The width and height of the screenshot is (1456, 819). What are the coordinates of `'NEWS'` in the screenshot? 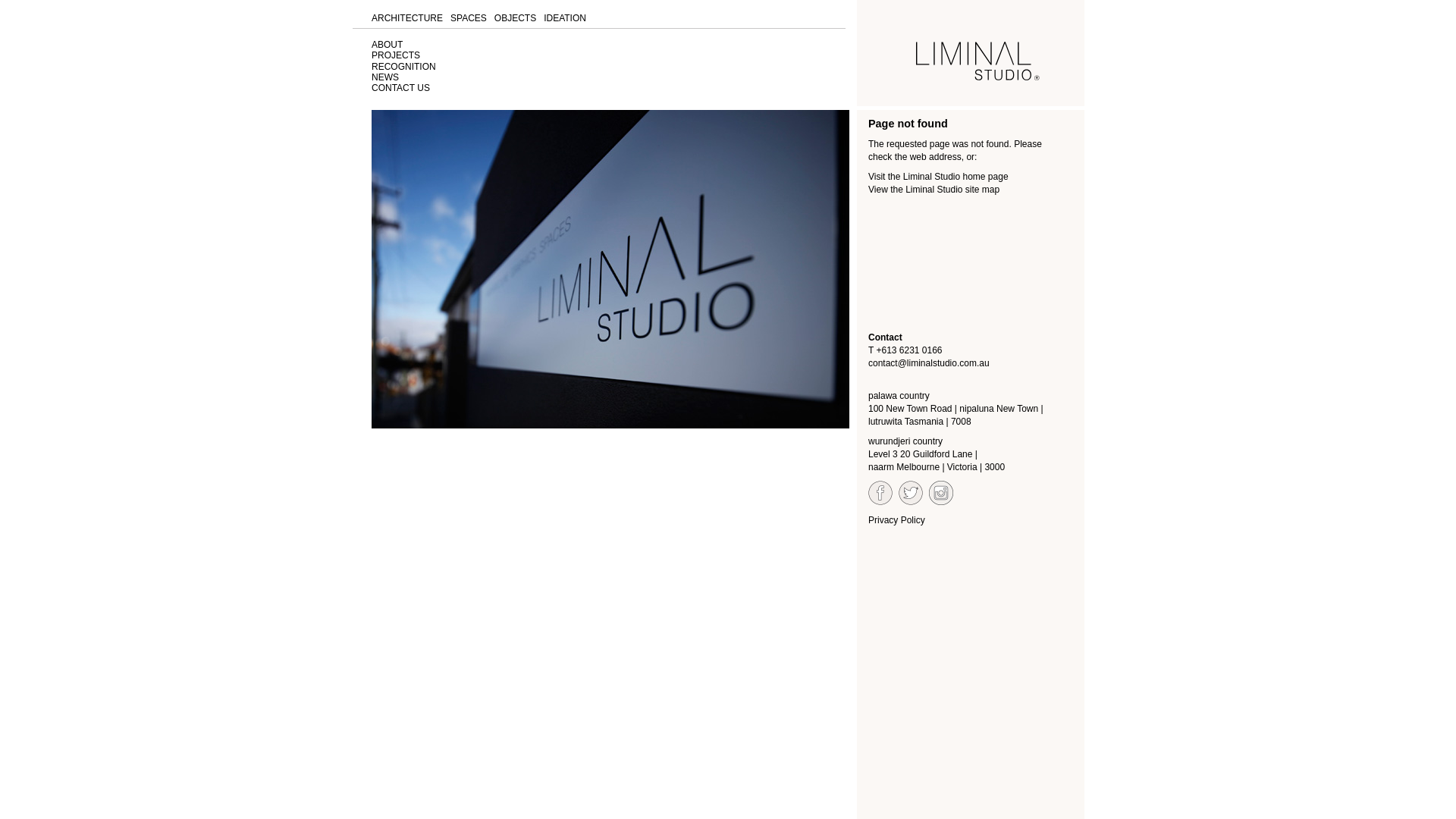 It's located at (385, 77).